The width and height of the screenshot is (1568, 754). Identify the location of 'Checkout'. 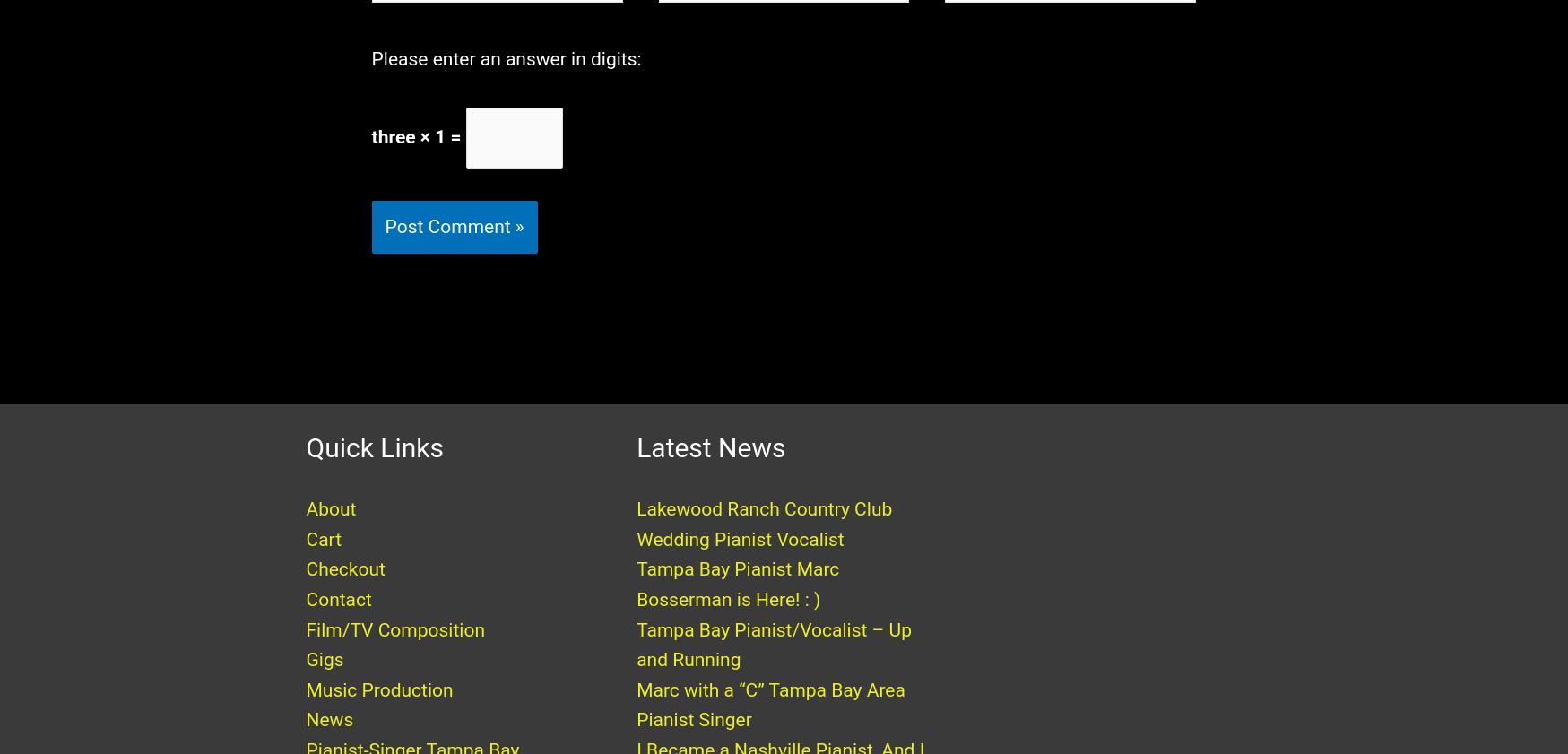
(344, 586).